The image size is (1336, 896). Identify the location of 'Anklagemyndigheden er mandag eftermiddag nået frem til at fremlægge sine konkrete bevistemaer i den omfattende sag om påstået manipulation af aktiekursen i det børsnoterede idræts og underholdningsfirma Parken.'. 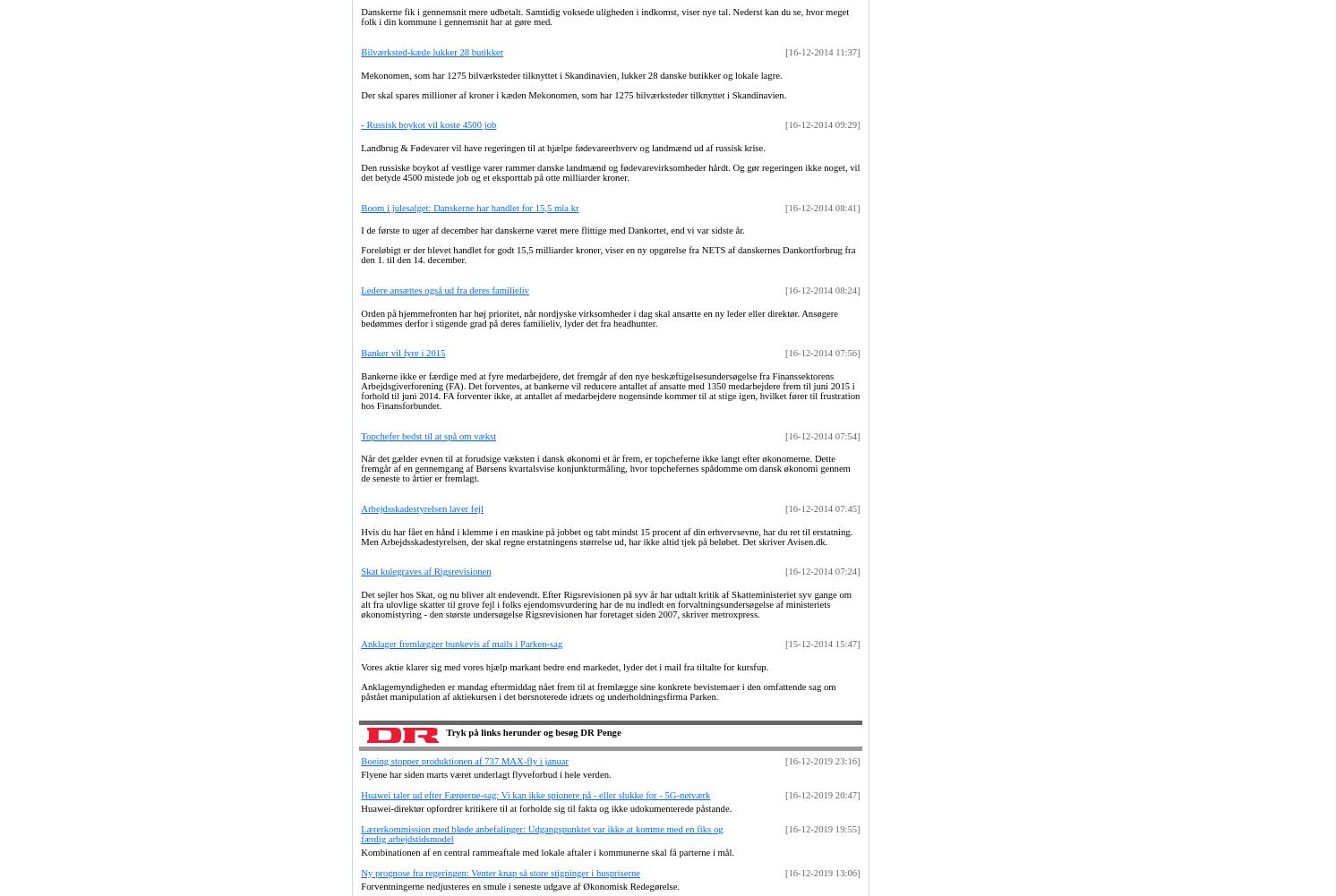
(597, 691).